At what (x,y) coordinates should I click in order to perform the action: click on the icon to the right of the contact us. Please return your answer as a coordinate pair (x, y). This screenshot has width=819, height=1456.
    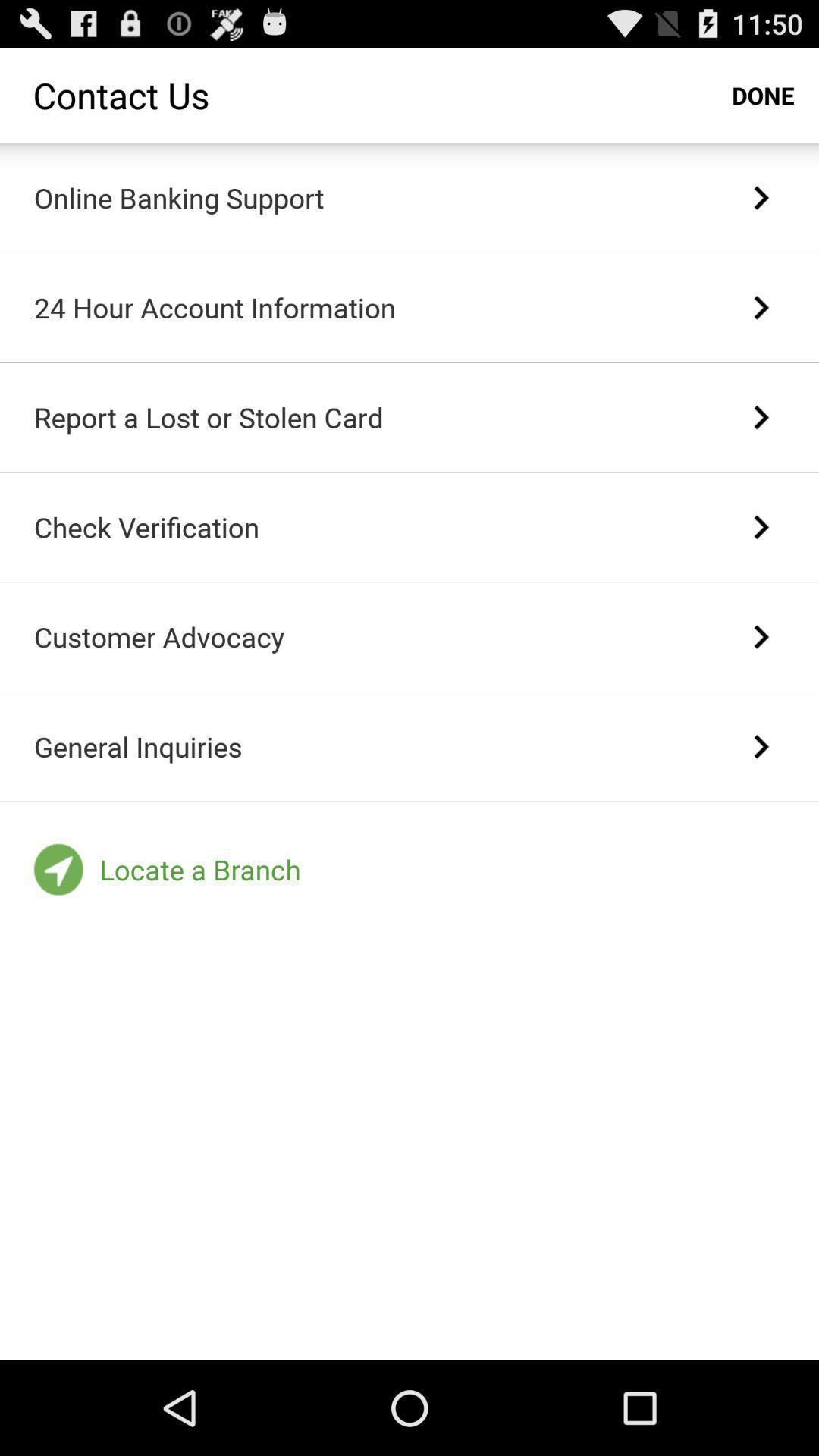
    Looking at the image, I should click on (763, 94).